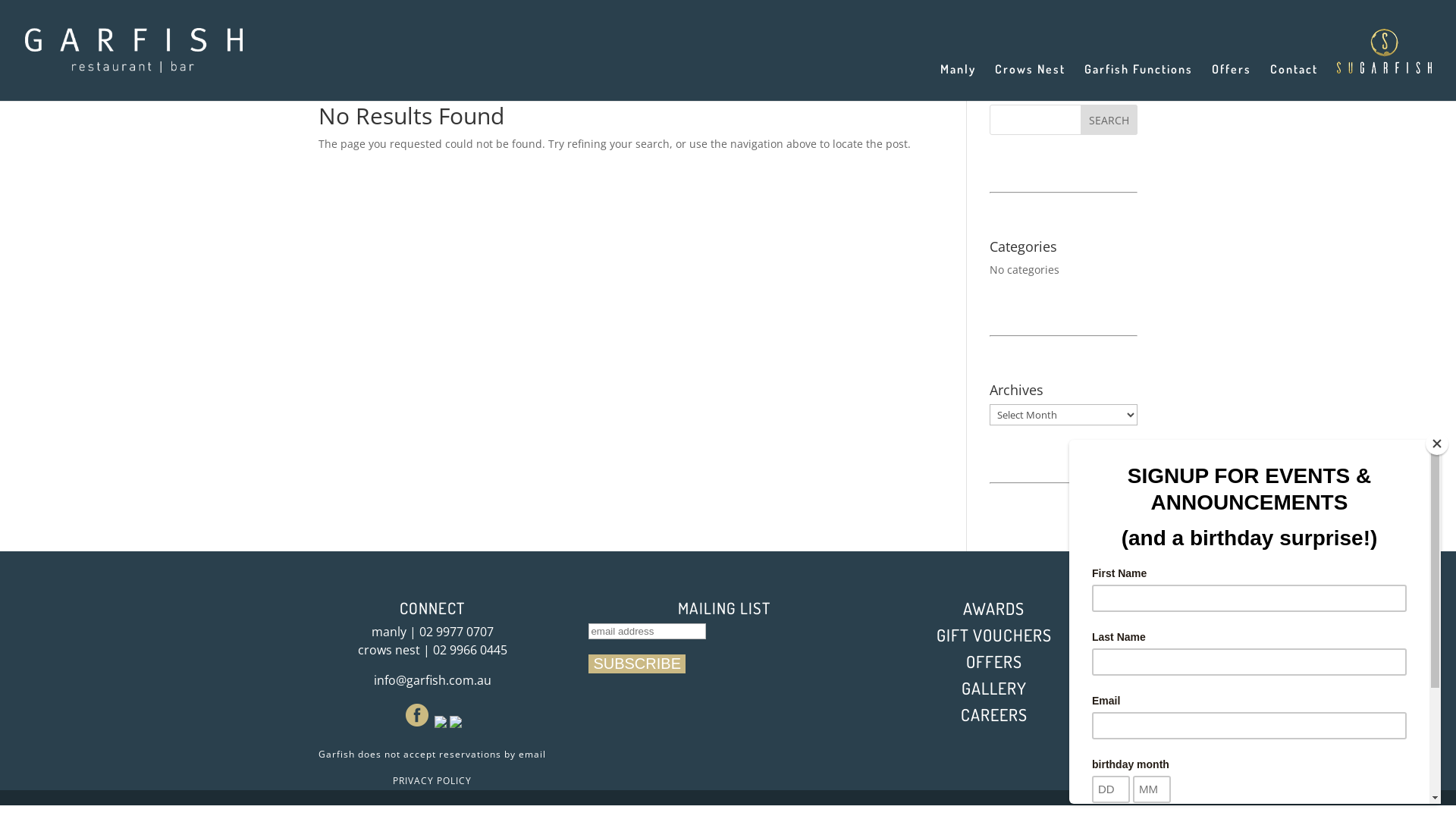  I want to click on 'Crows Nest', so click(1030, 82).